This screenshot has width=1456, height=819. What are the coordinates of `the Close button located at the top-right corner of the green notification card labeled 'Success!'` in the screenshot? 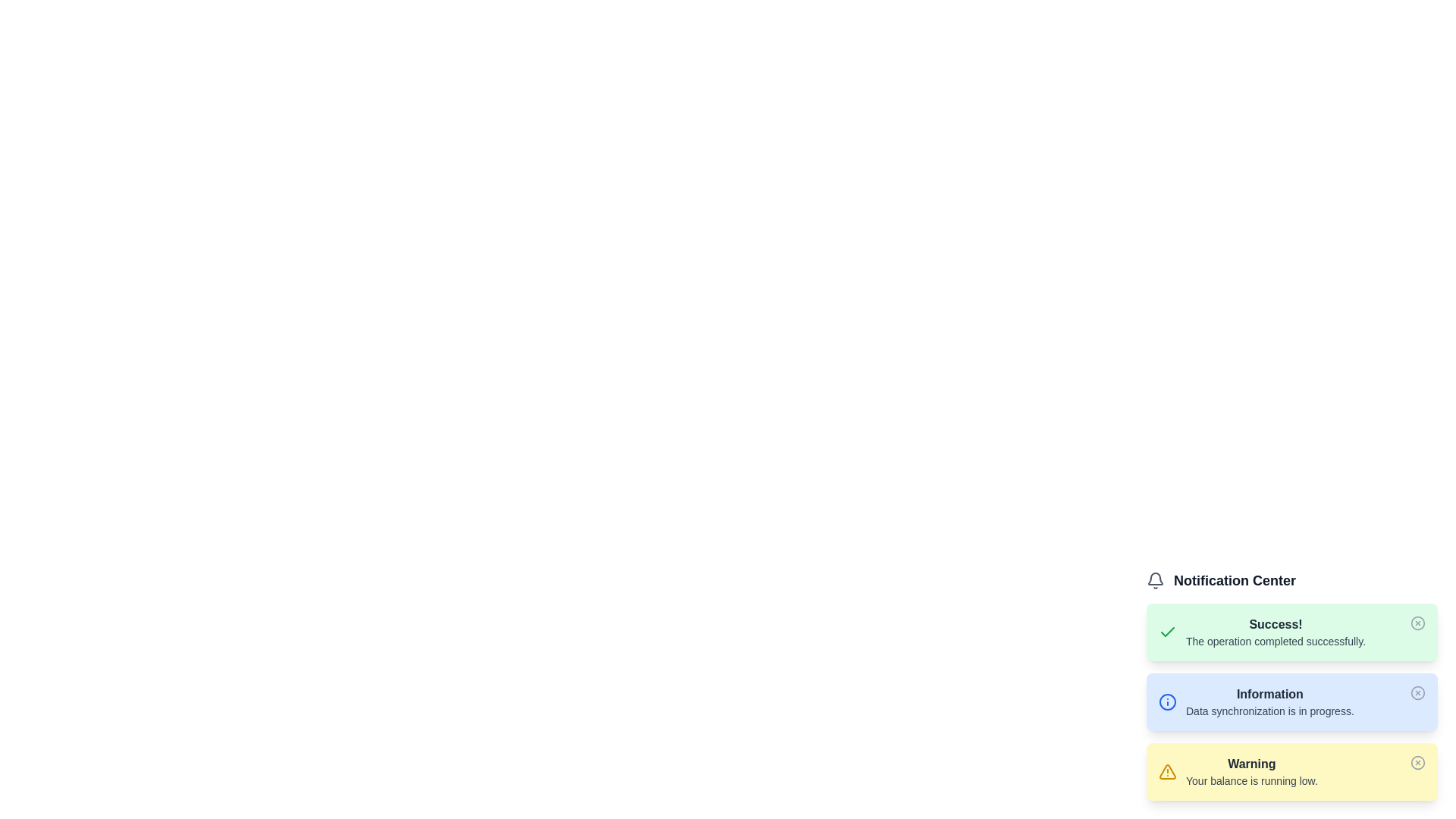 It's located at (1417, 623).